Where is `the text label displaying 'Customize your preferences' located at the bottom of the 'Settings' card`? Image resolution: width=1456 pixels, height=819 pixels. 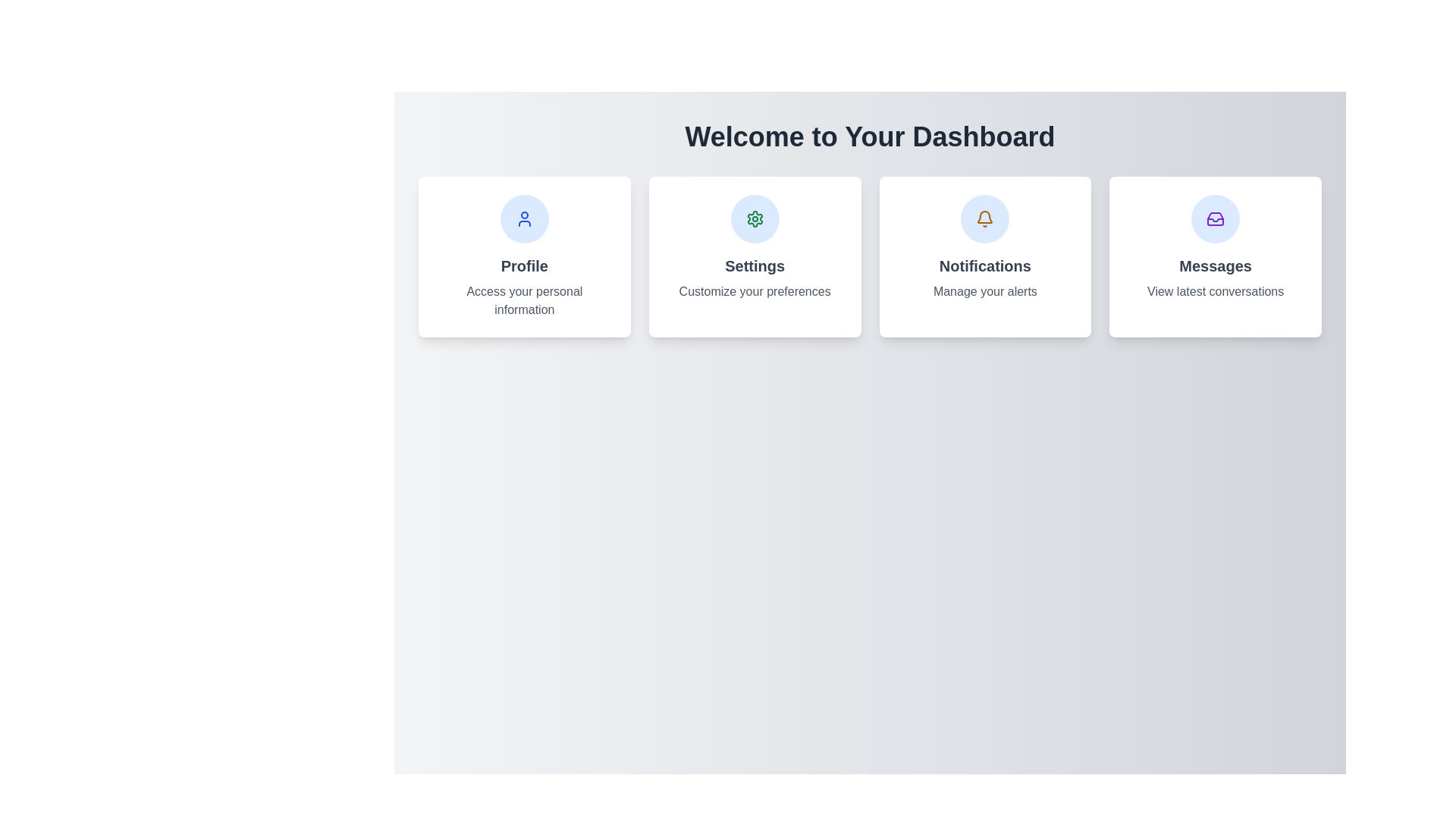
the text label displaying 'Customize your preferences' located at the bottom of the 'Settings' card is located at coordinates (755, 292).